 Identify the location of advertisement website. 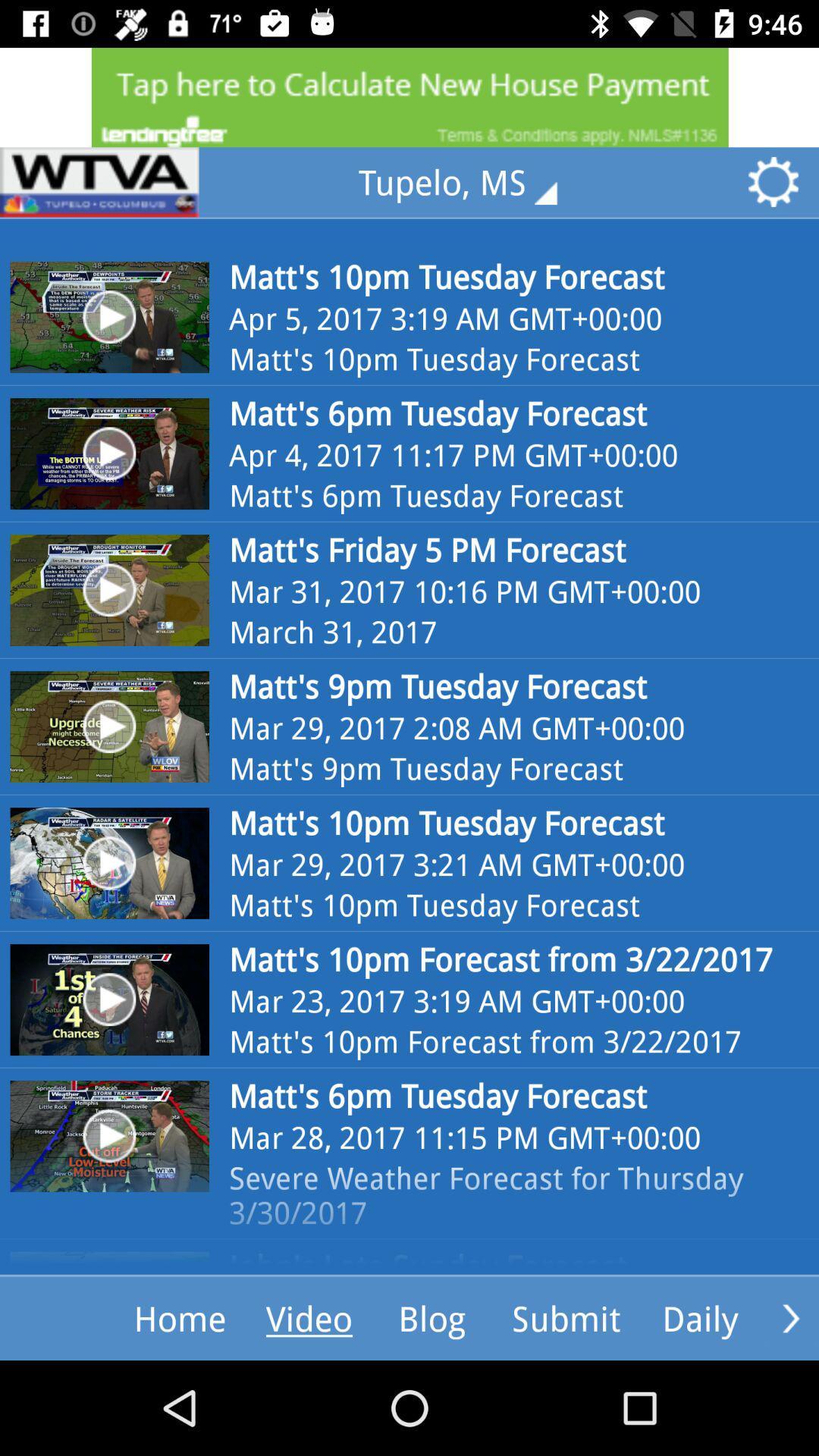
(409, 96).